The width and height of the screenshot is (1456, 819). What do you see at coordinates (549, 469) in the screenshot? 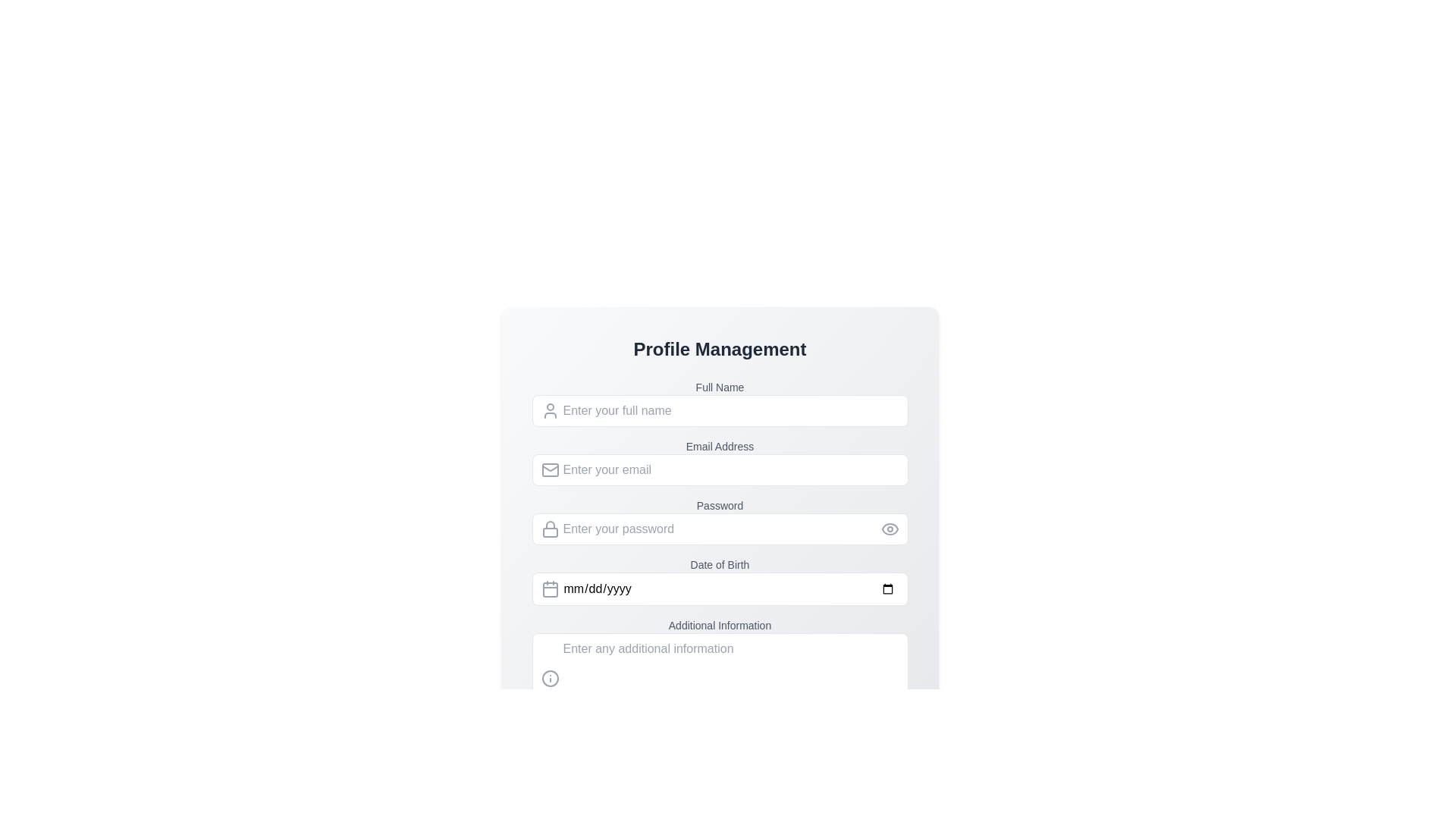
I see `the rectangular SVG shape with rounded corners that is part of the envelope icon located to the left of the email input field in the profile management form` at bounding box center [549, 469].